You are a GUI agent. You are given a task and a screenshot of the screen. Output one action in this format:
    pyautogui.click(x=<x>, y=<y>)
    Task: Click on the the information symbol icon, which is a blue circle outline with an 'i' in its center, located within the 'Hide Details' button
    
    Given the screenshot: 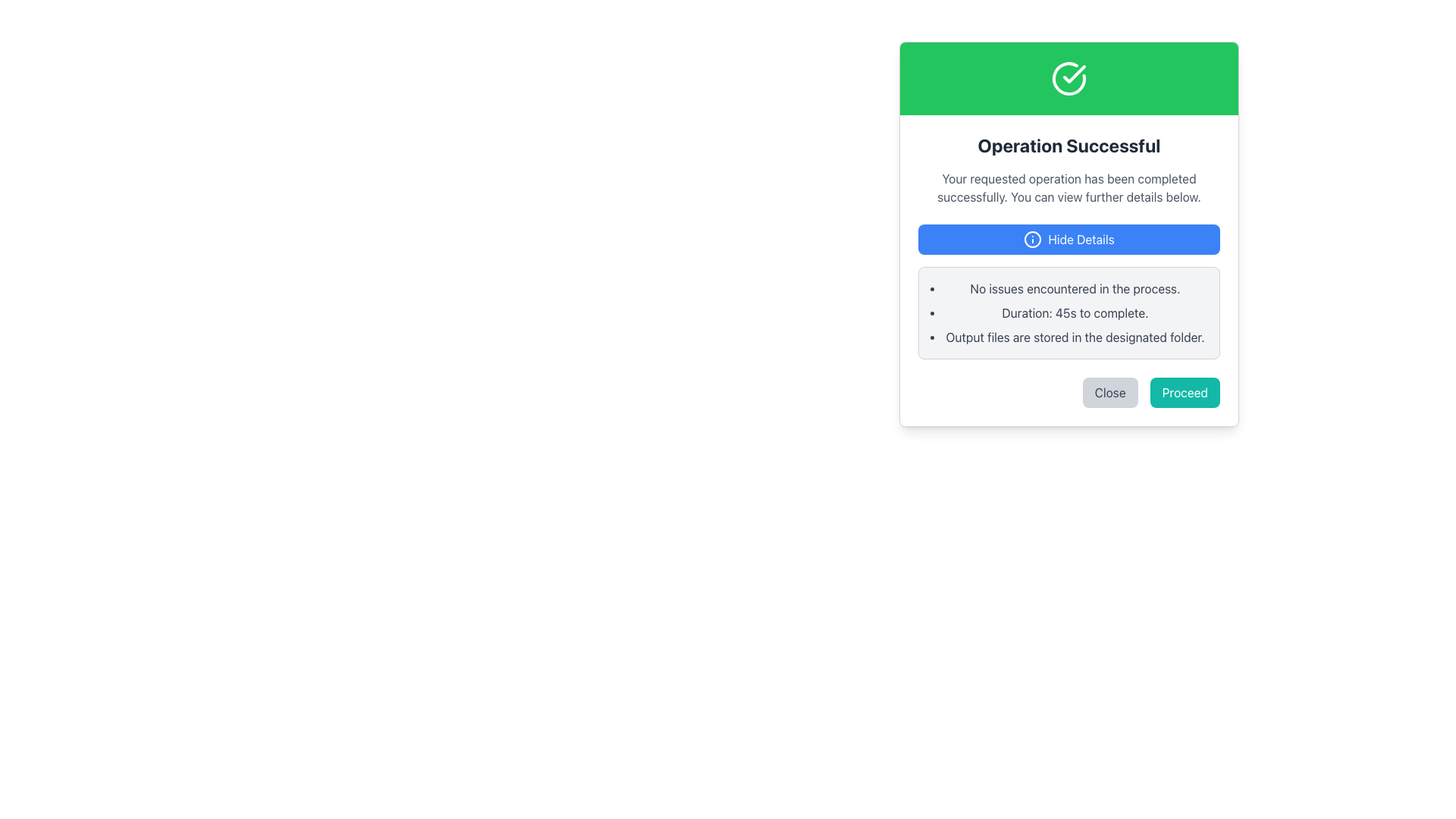 What is the action you would take?
    pyautogui.click(x=1032, y=239)
    